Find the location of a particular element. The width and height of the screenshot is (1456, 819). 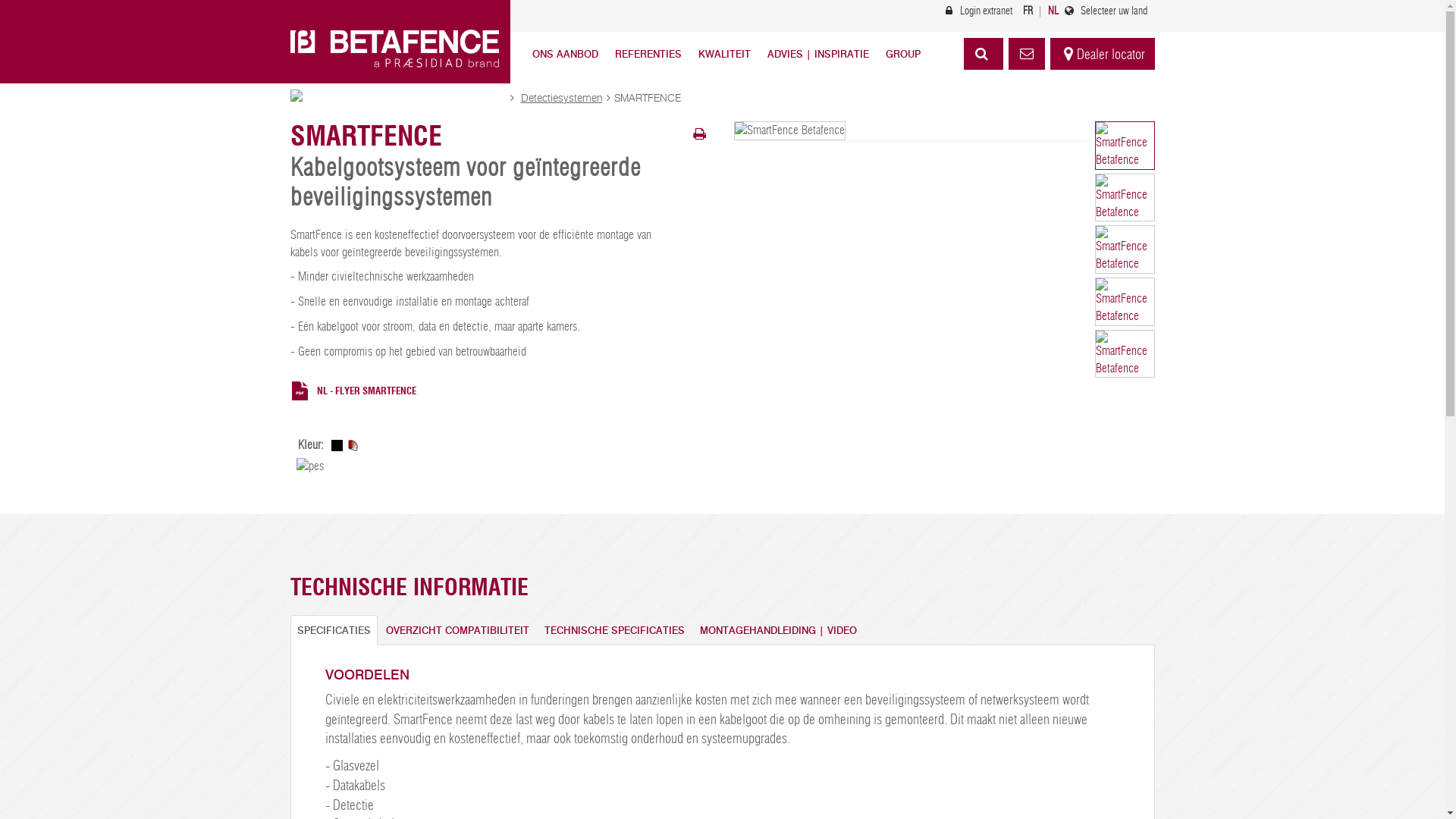

'FR' is located at coordinates (1027, 11).